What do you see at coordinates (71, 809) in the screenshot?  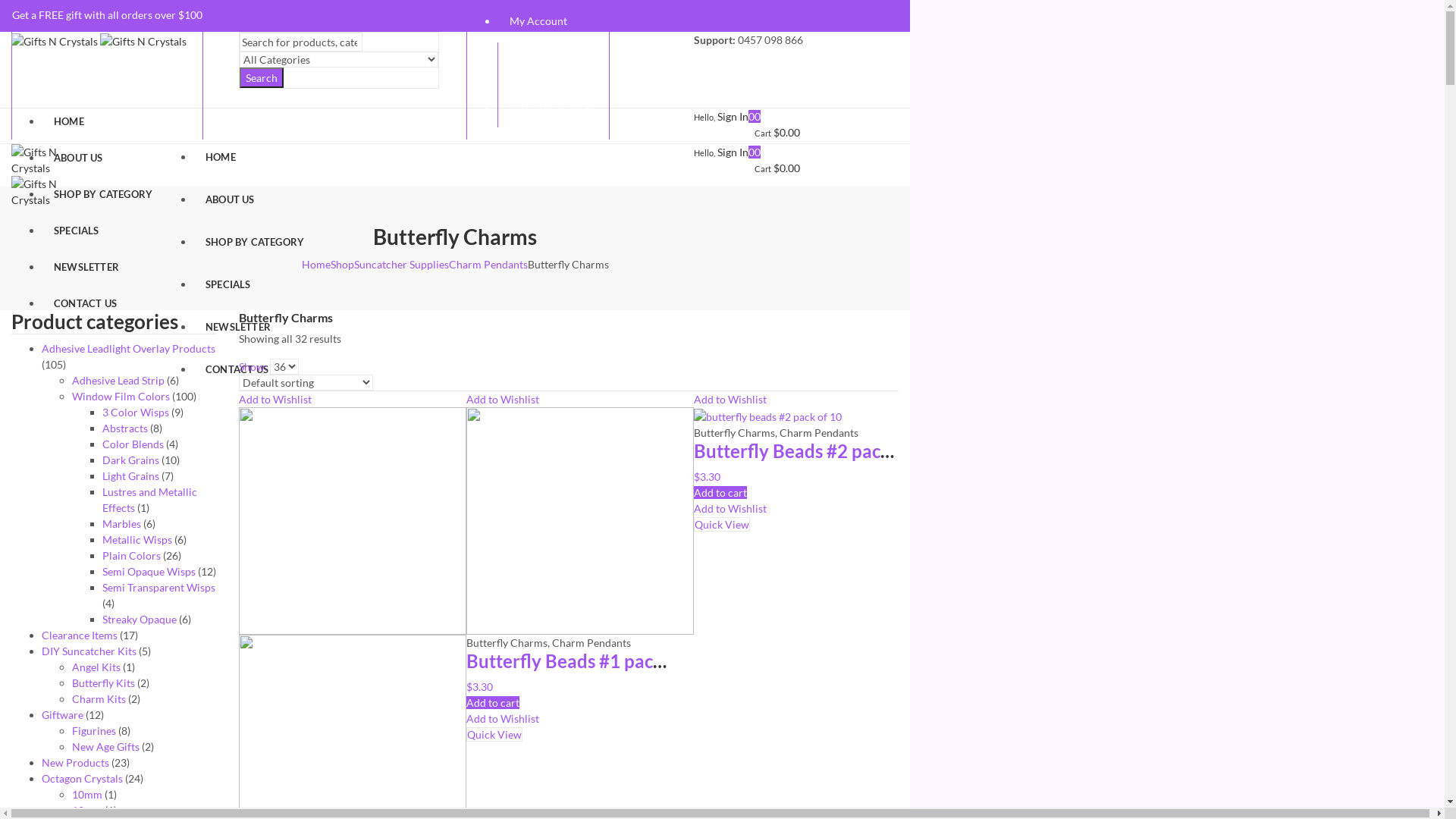 I see `'12mm'` at bounding box center [71, 809].